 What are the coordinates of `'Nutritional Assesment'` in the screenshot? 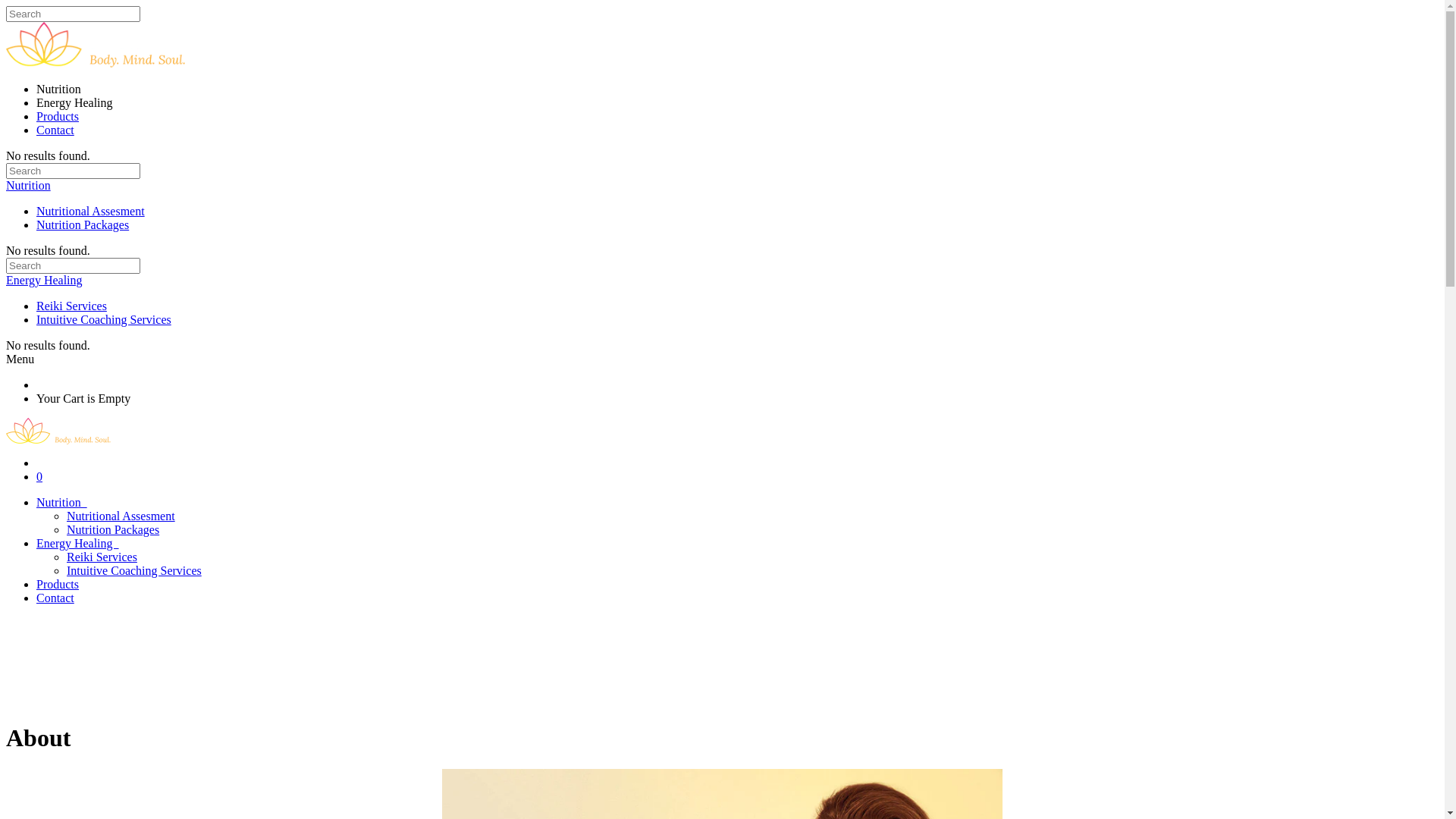 It's located at (120, 515).